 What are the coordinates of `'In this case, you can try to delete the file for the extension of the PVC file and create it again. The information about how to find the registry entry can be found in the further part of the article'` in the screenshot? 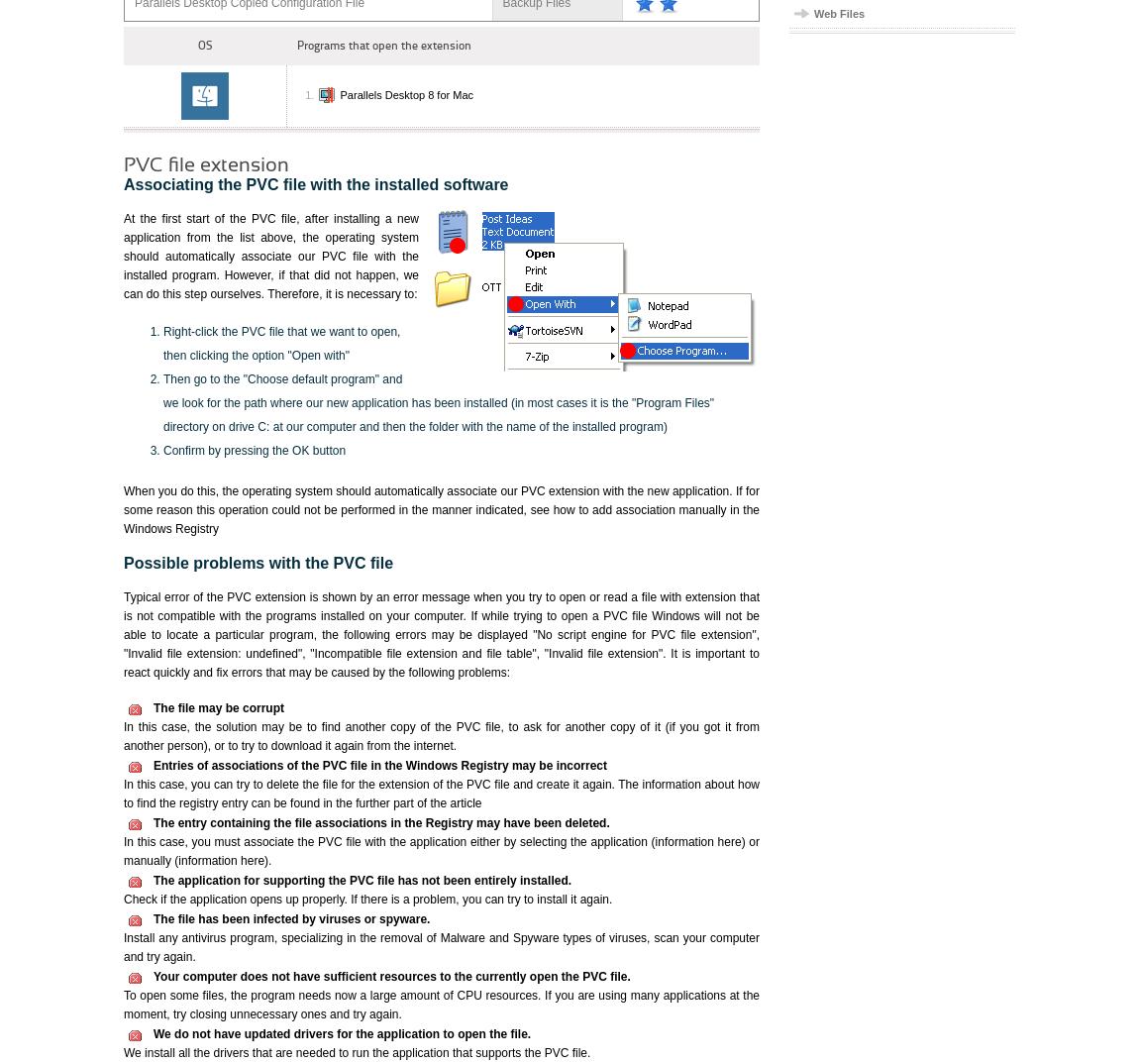 It's located at (441, 793).